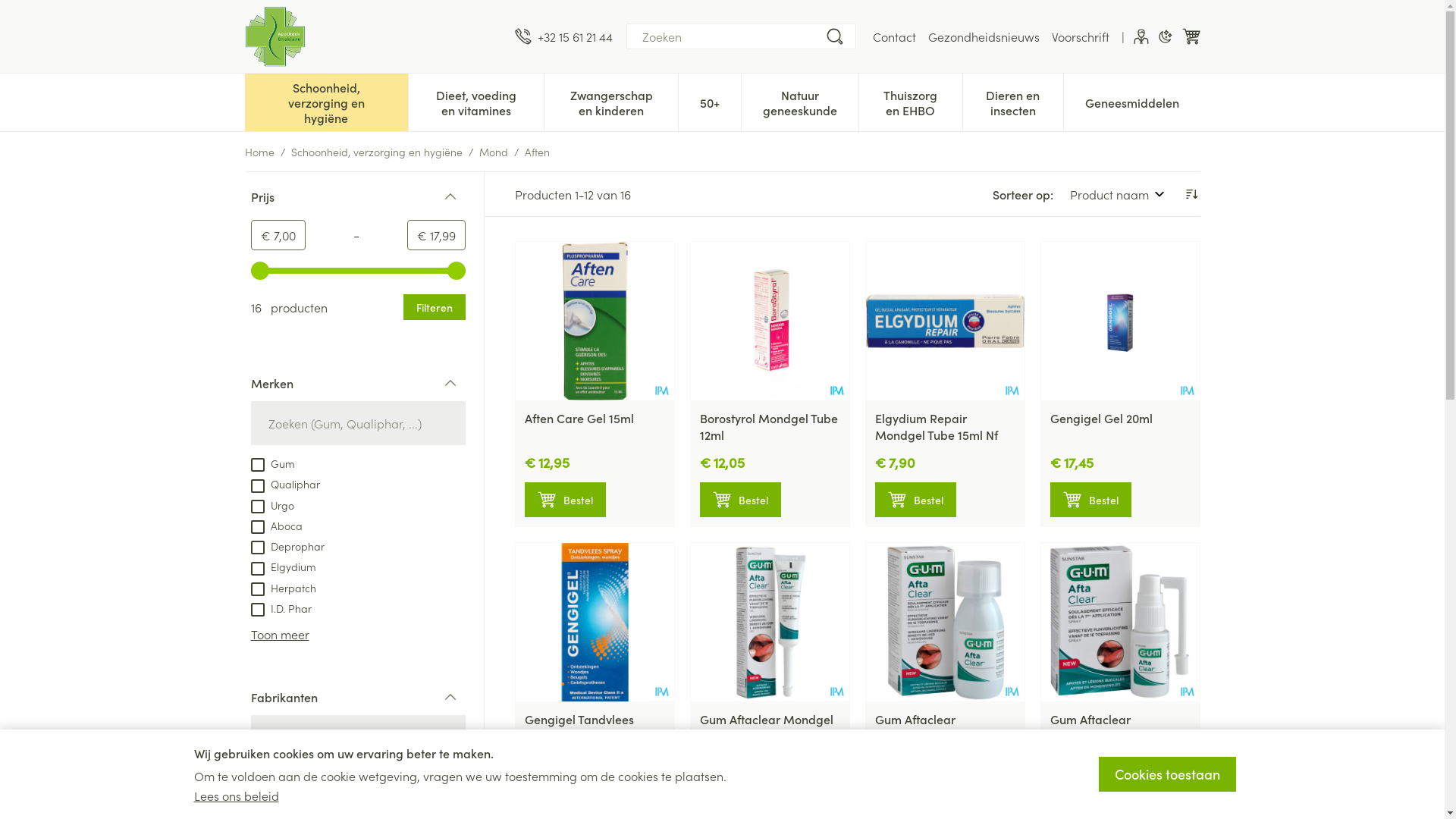 The height and width of the screenshot is (819, 1456). I want to click on 'Lees ons beleid', so click(236, 795).